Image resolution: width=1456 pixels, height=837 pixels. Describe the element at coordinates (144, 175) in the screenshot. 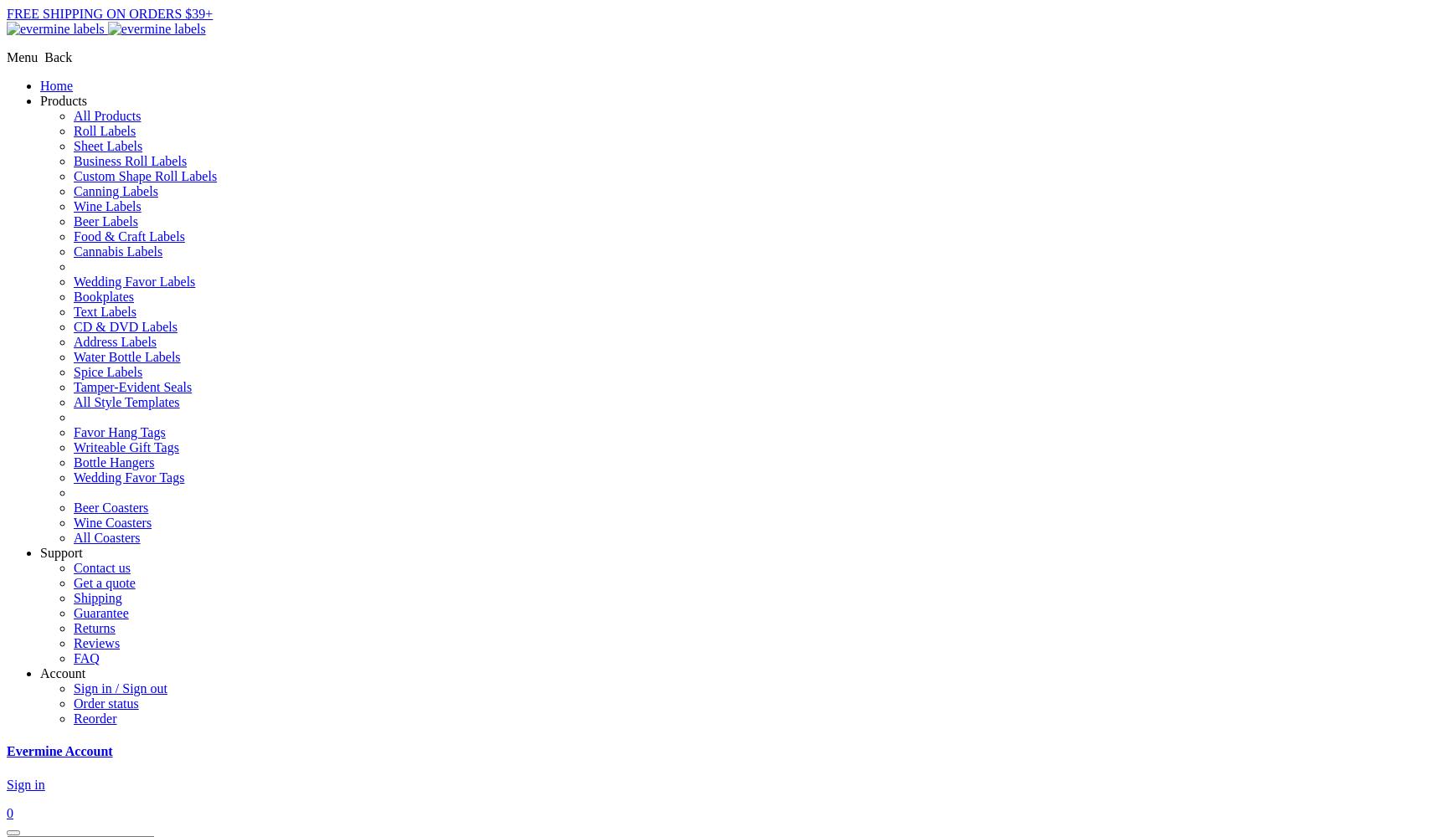

I see `'Custom Shape Roll Labels'` at that location.